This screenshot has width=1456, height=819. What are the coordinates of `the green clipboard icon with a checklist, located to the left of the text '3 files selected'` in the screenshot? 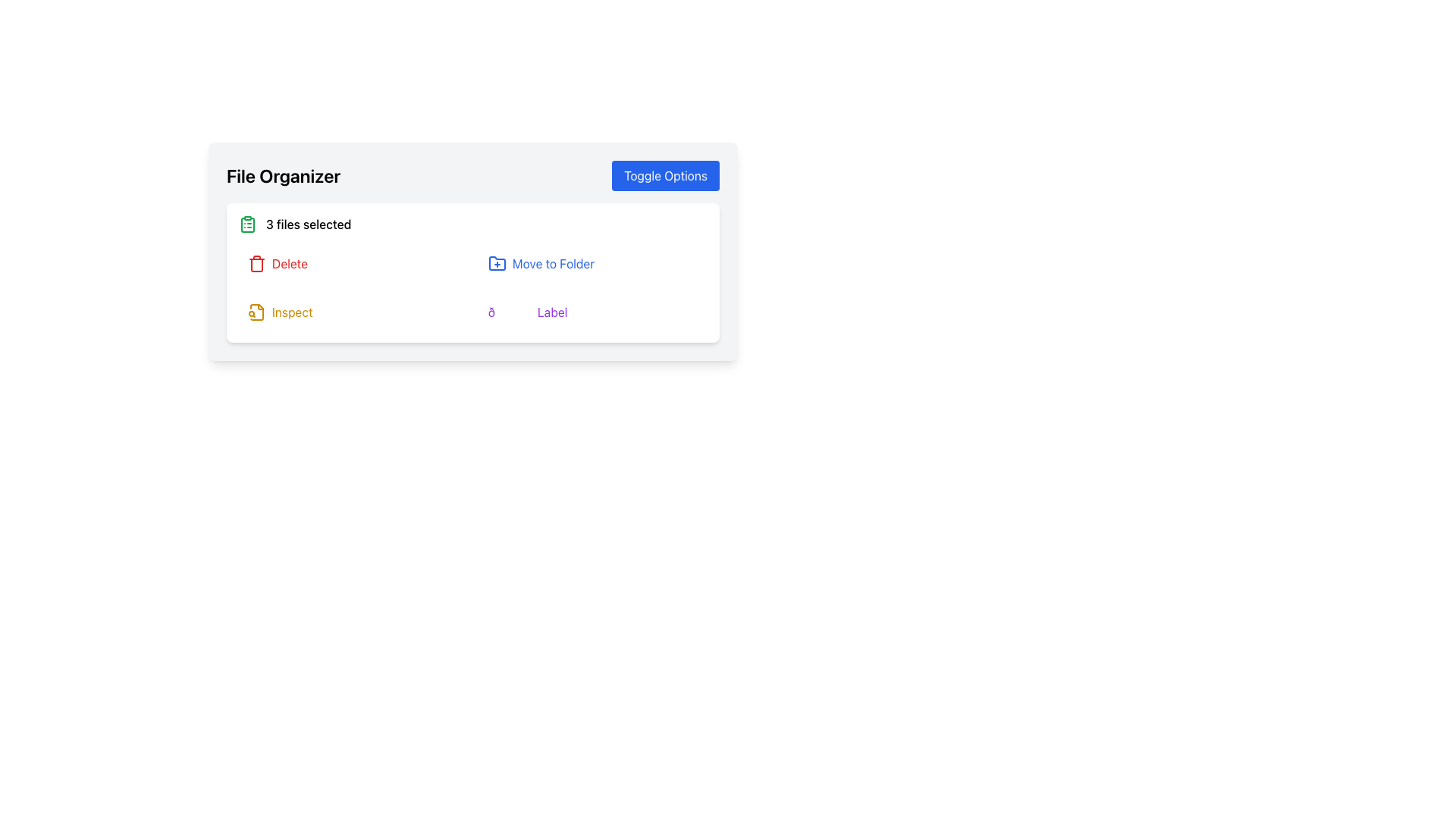 It's located at (247, 224).